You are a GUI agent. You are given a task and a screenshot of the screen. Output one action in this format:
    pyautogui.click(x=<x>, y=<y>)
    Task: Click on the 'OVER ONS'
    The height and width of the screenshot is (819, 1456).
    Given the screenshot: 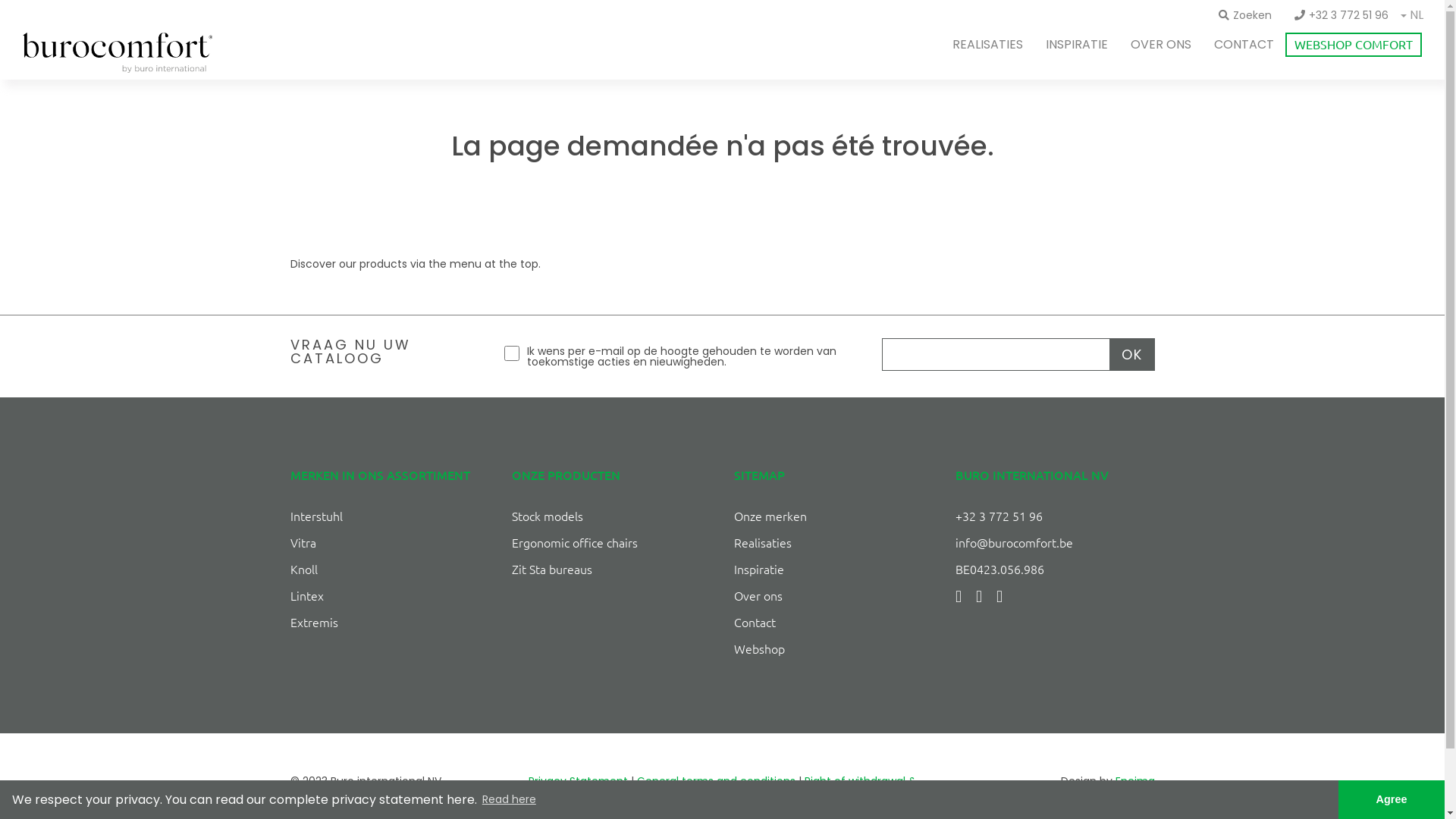 What is the action you would take?
    pyautogui.click(x=1160, y=43)
    